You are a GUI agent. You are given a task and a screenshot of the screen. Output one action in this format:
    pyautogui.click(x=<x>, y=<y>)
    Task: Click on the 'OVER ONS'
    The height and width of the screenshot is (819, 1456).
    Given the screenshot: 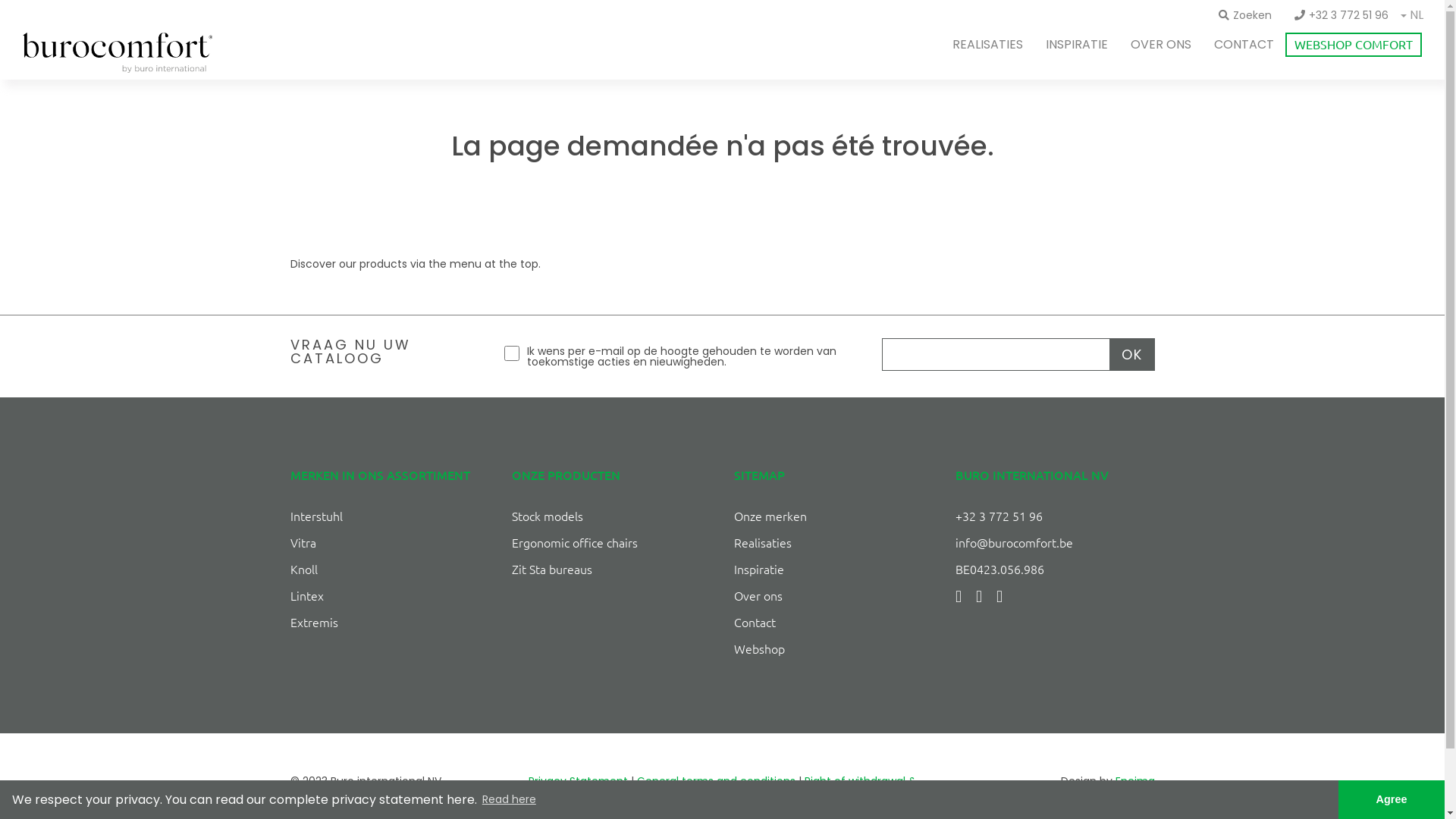 What is the action you would take?
    pyautogui.click(x=1160, y=43)
    